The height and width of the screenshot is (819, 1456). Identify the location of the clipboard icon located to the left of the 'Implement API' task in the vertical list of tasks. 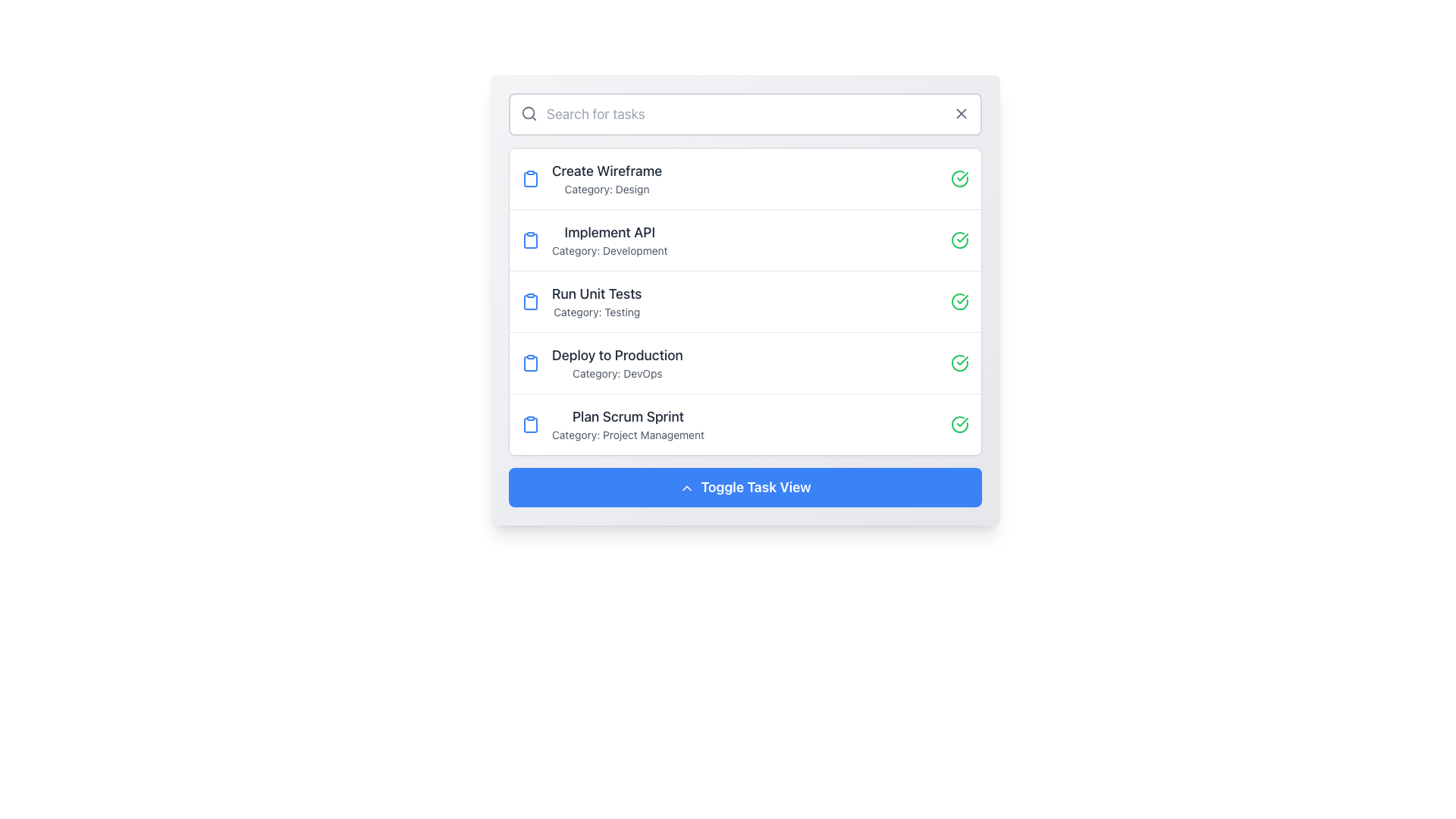
(531, 240).